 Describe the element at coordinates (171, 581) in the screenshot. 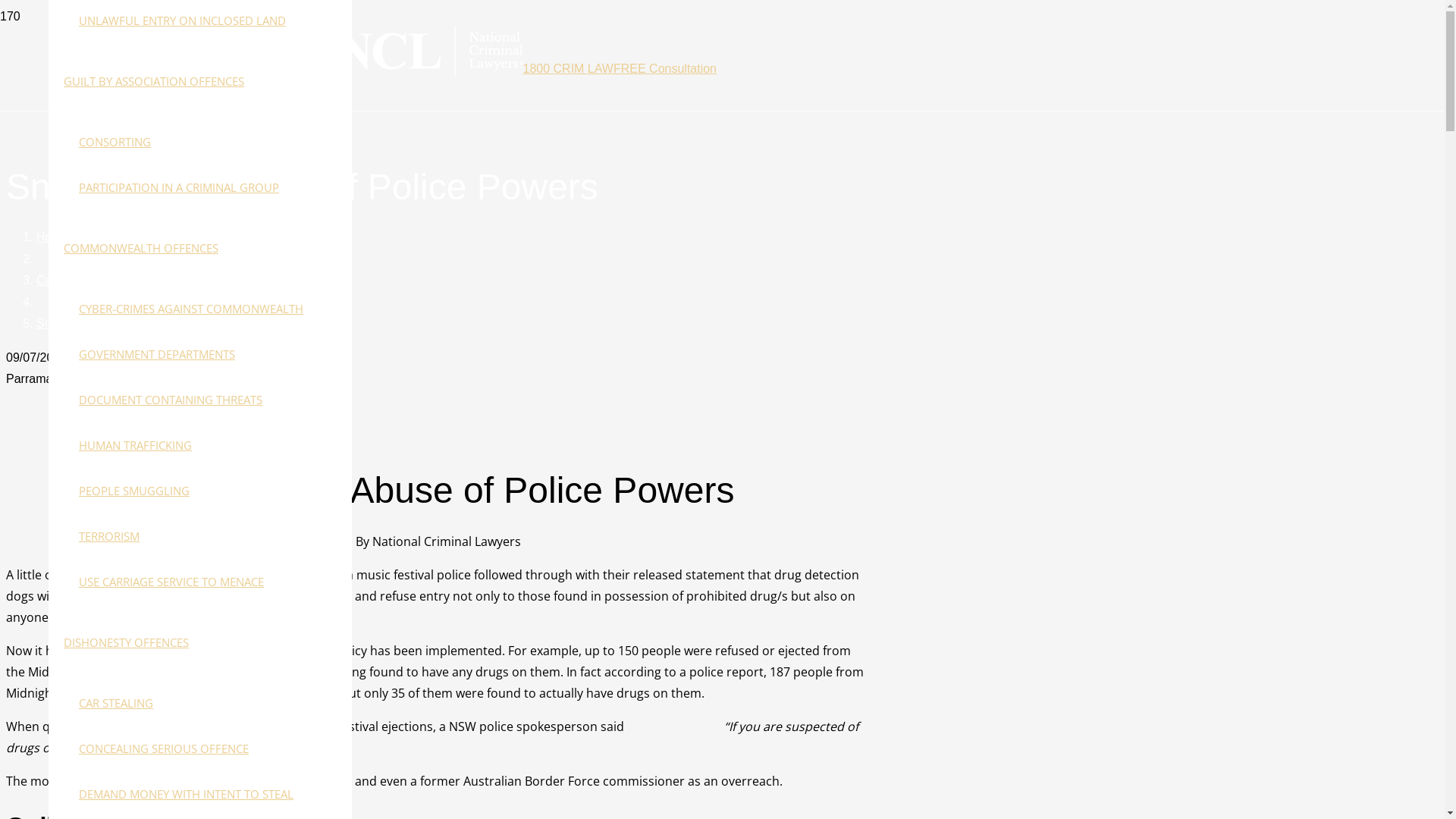

I see `'USE CARRIAGE SERVICE TO MENACE'` at that location.